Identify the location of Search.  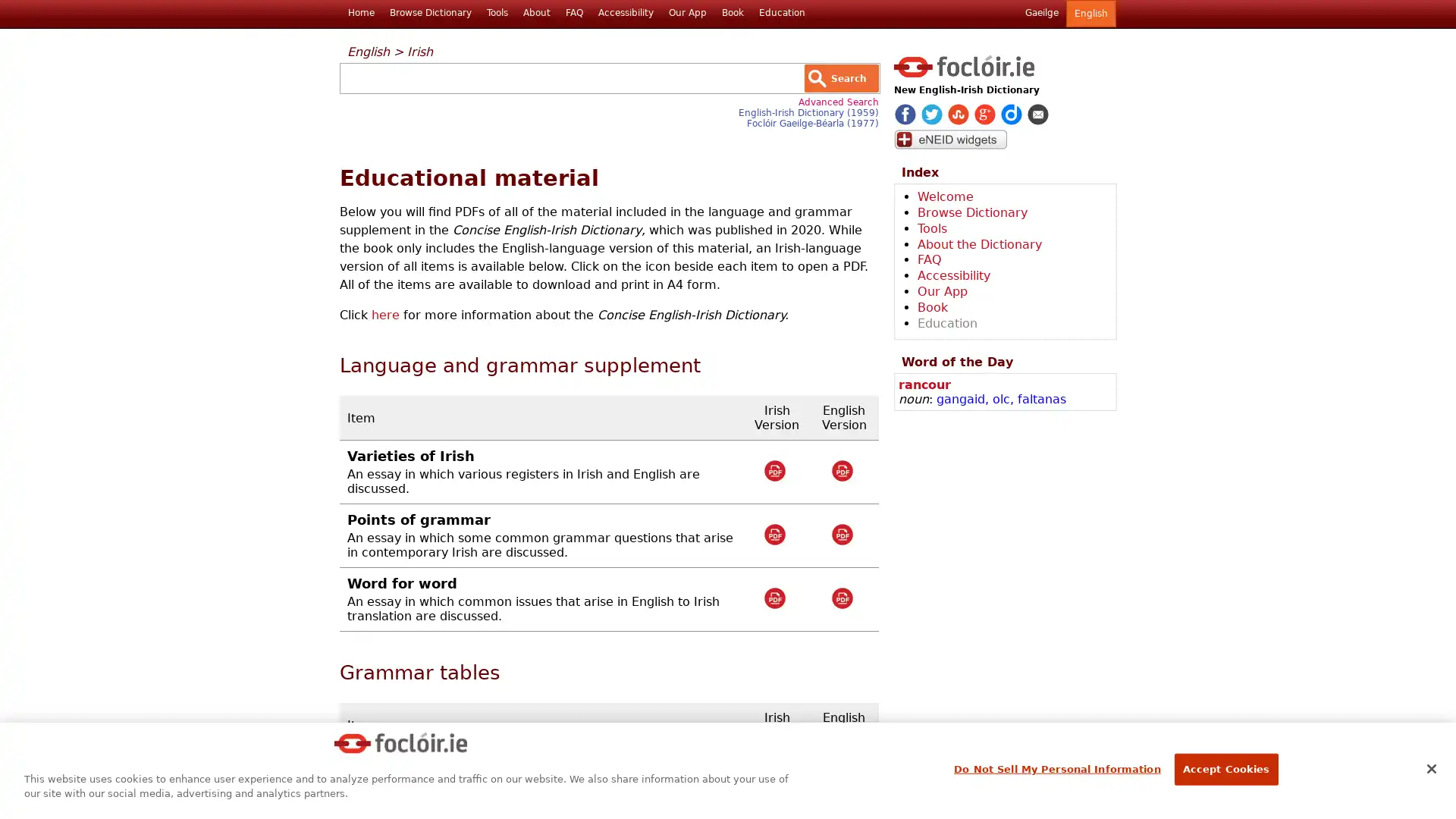
(840, 78).